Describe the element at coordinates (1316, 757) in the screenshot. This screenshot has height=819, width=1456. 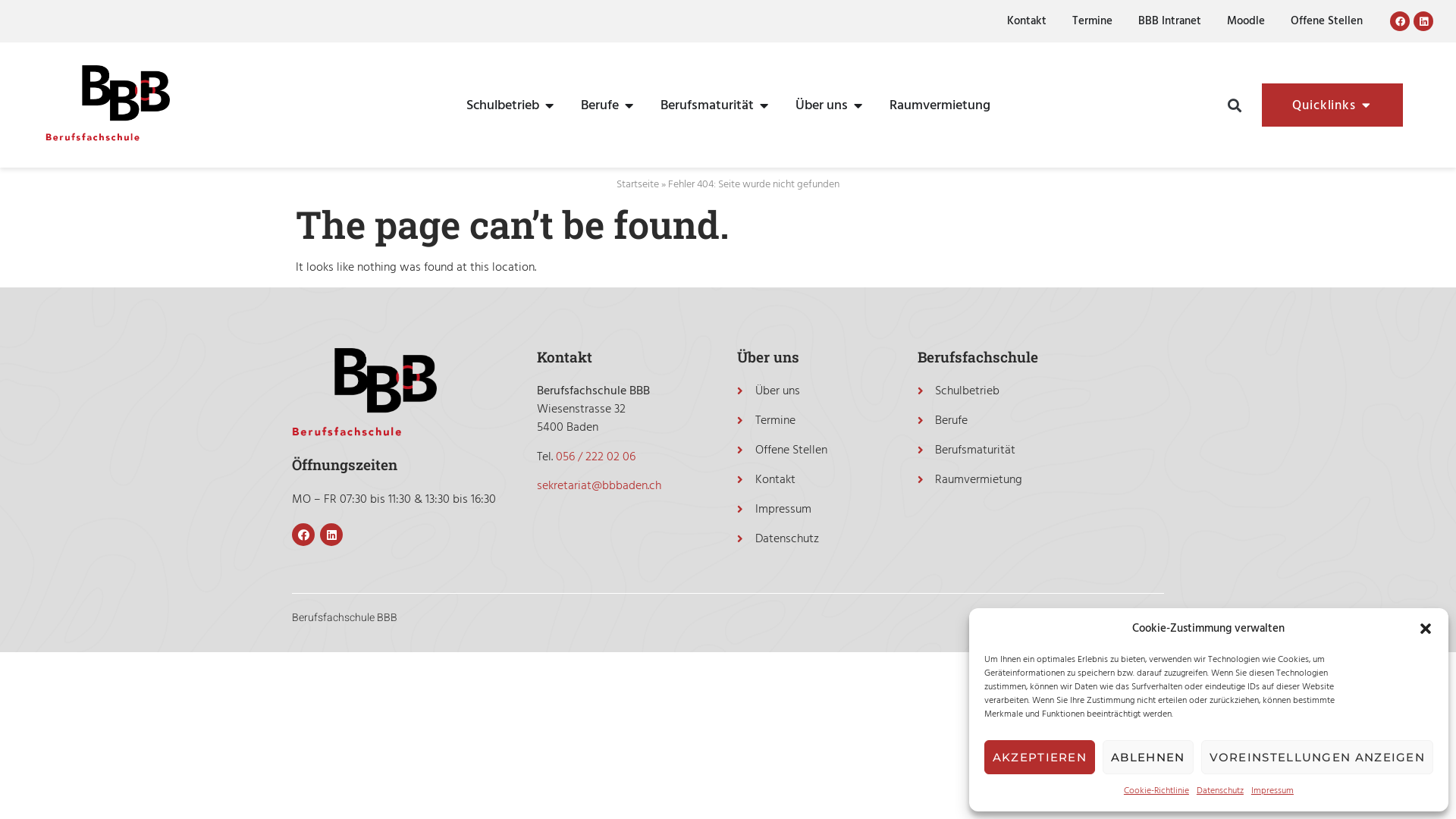
I see `'VOREINSTELLUNGEN ANZEIGEN'` at that location.